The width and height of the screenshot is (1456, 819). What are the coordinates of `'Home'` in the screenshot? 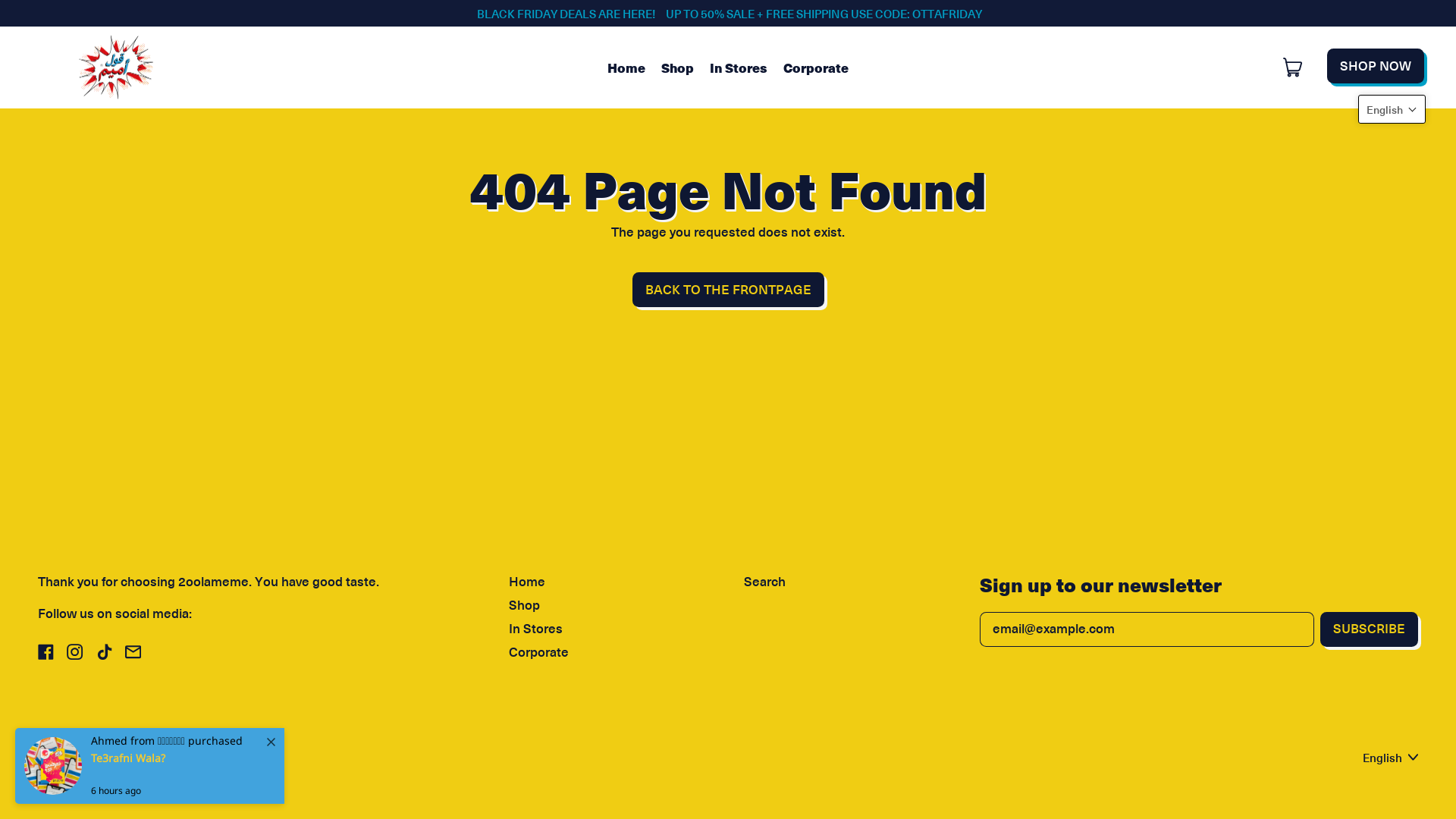 It's located at (527, 581).